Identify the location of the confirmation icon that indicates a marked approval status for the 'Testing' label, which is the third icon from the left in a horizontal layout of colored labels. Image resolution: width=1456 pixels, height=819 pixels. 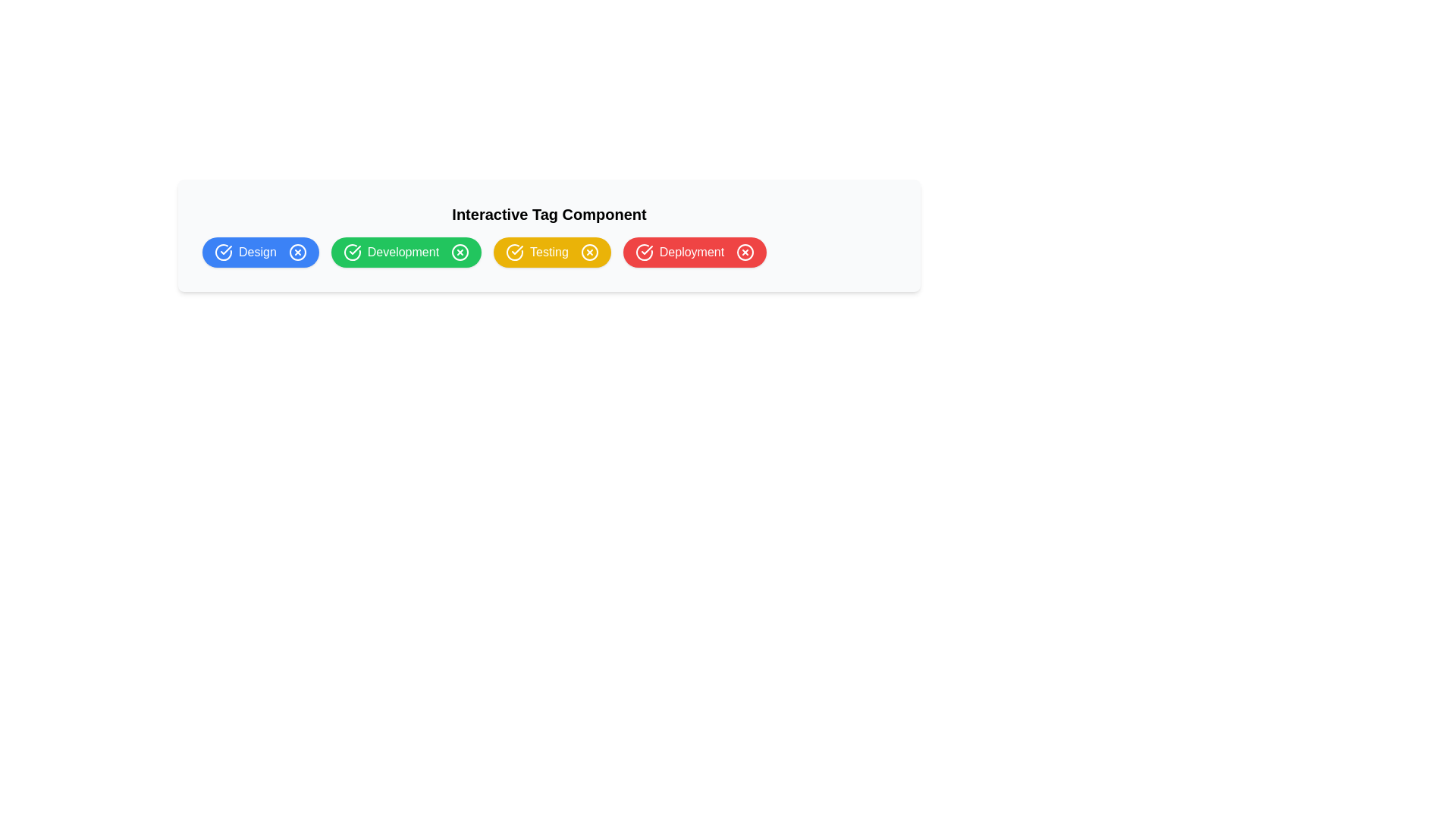
(517, 249).